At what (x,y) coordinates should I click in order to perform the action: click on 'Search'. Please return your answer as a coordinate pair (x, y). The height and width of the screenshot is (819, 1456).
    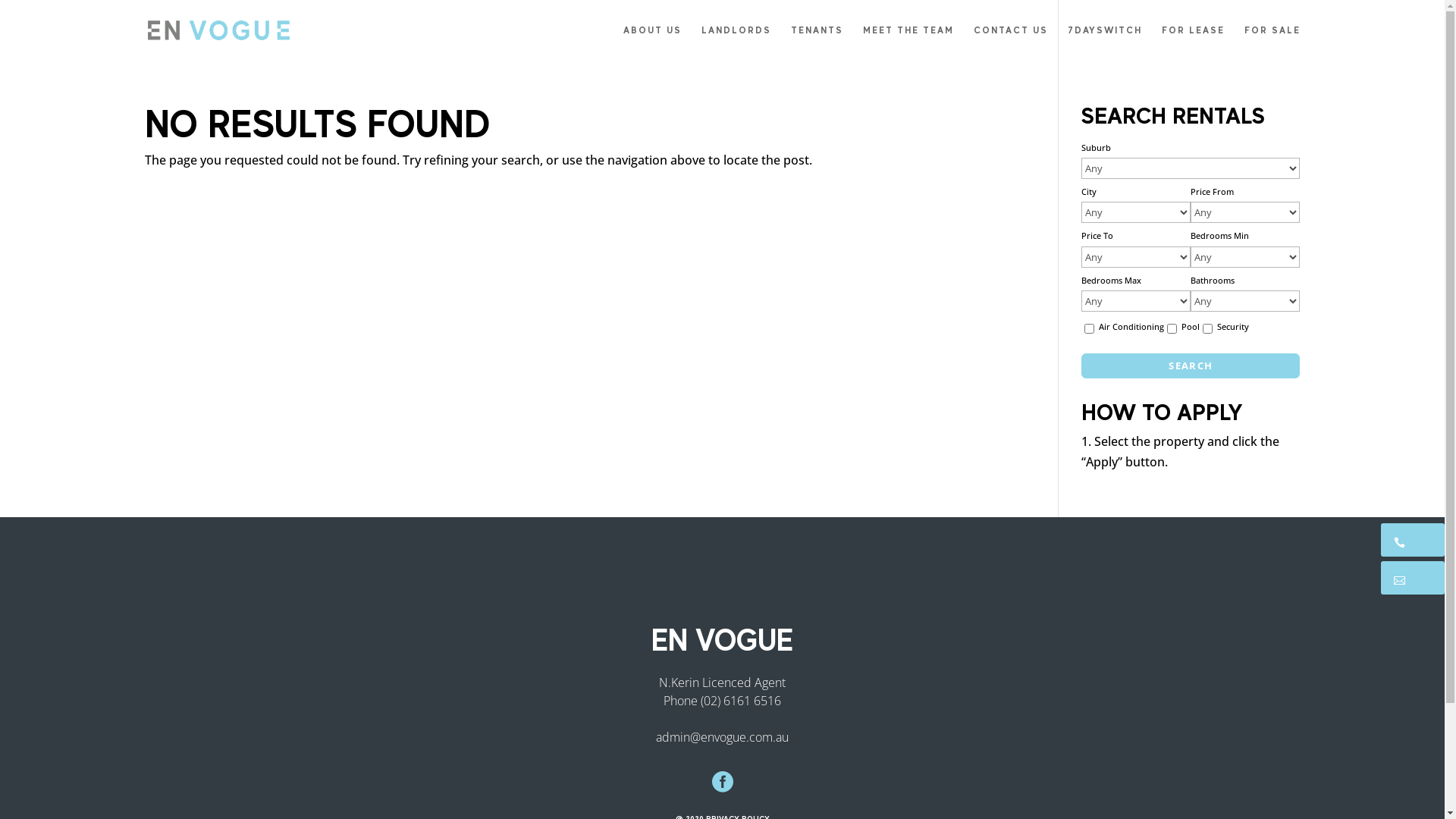
    Looking at the image, I should click on (1189, 366).